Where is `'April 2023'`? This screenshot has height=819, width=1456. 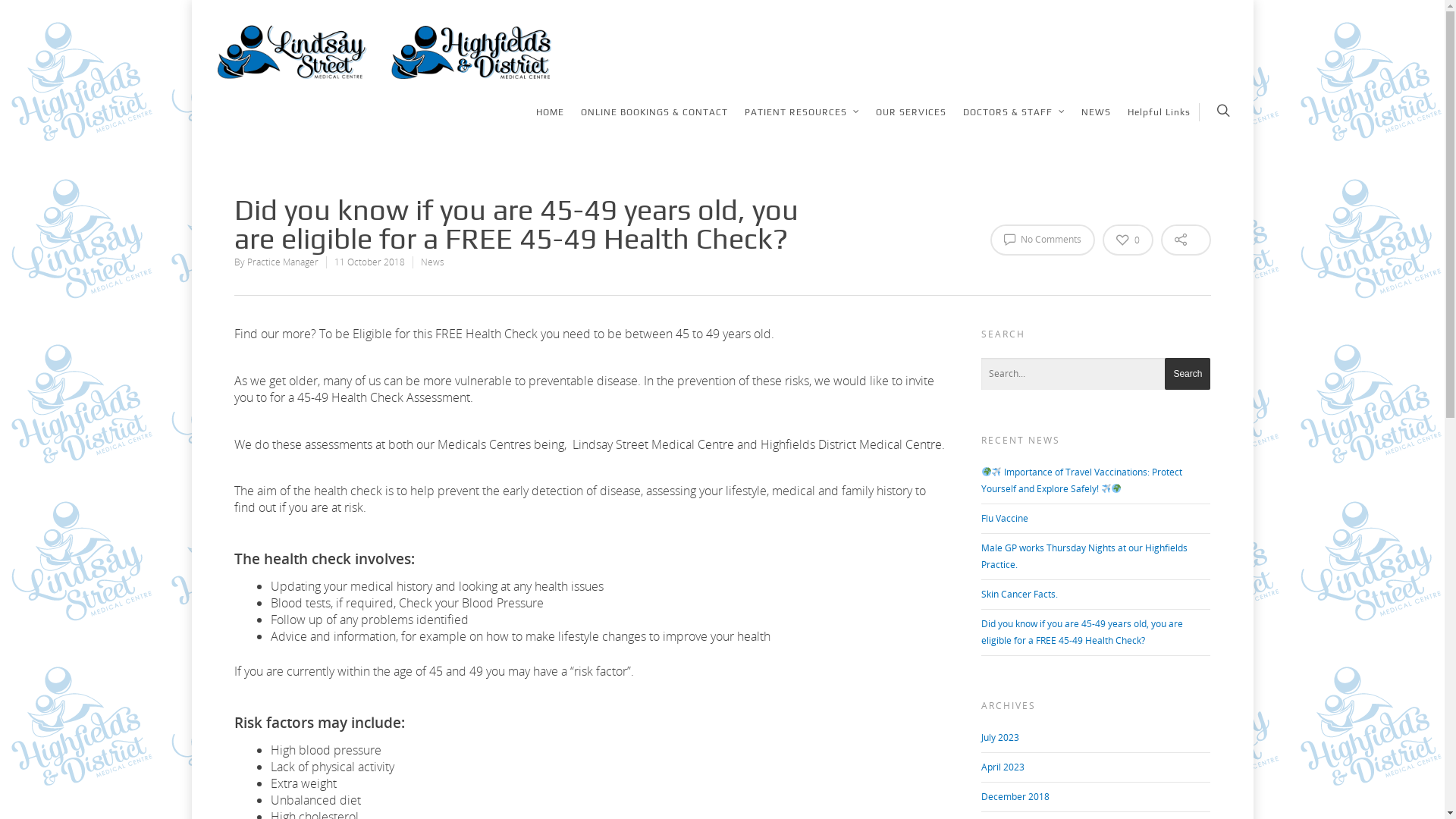 'April 2023' is located at coordinates (1003, 767).